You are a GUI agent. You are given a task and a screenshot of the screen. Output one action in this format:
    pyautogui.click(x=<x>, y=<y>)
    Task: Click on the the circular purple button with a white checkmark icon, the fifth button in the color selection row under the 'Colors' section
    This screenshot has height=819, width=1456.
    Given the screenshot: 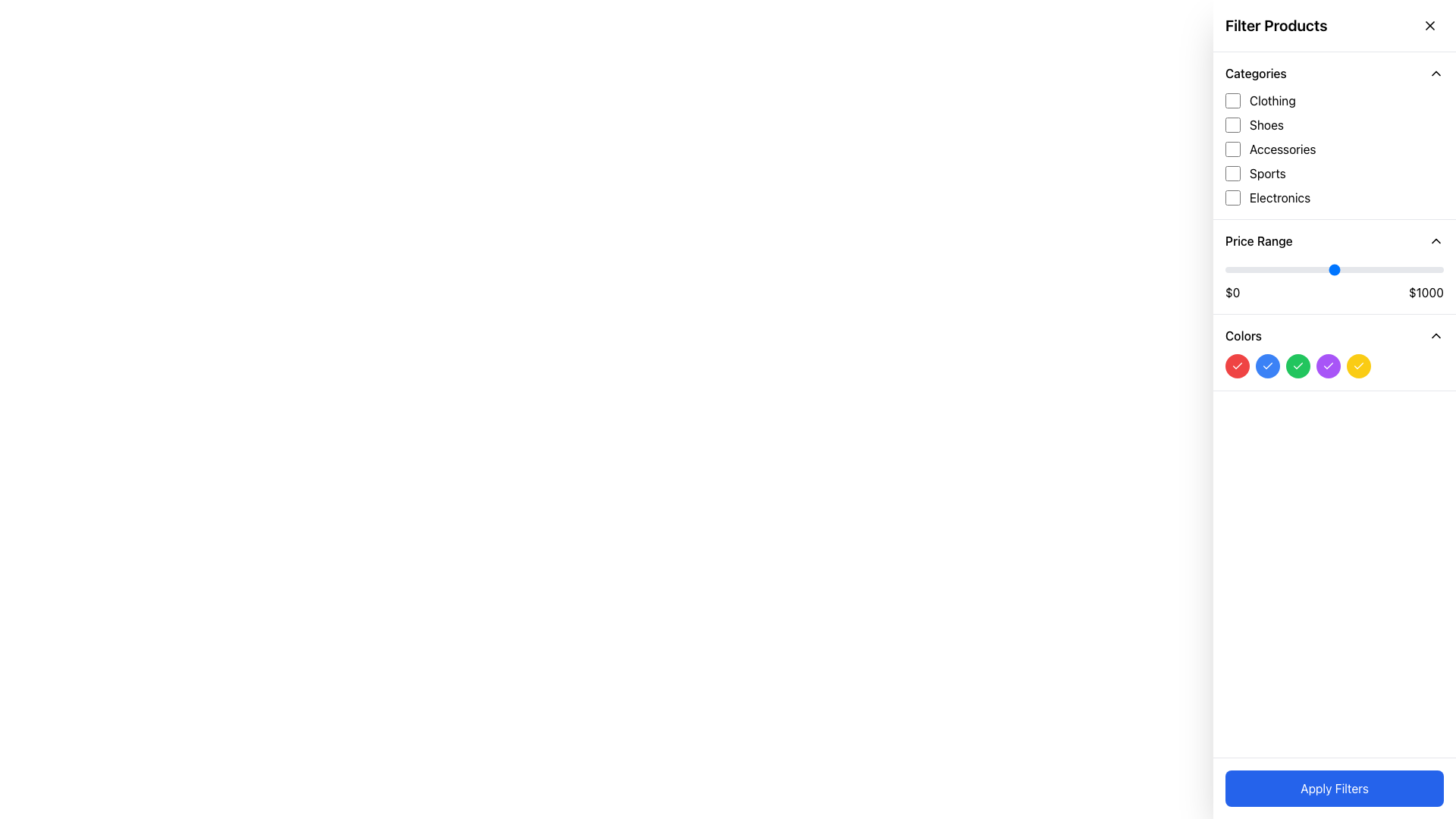 What is the action you would take?
    pyautogui.click(x=1328, y=366)
    